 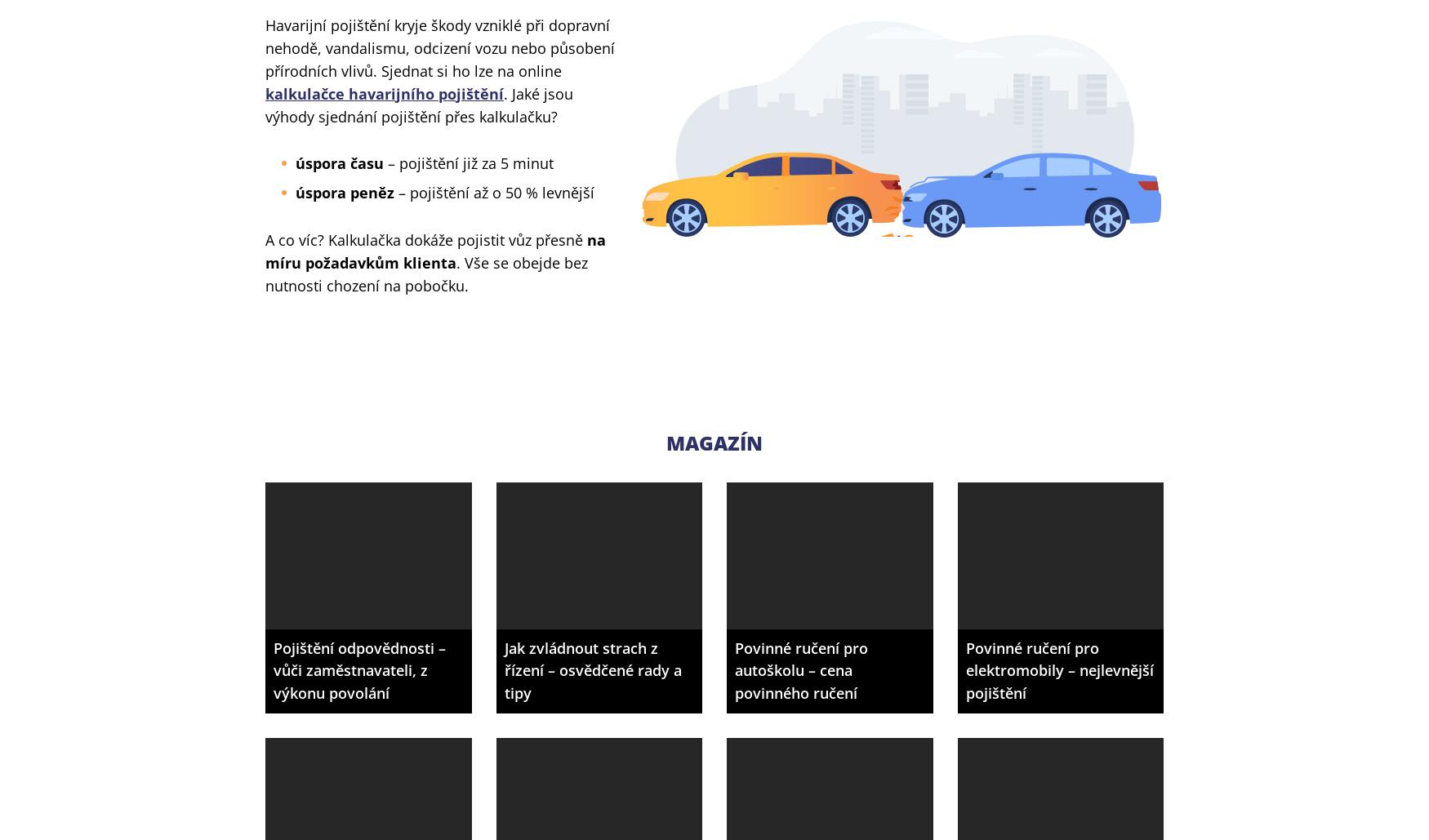 I want to click on '– pojištění až o 50 % levnější', so click(x=494, y=191).